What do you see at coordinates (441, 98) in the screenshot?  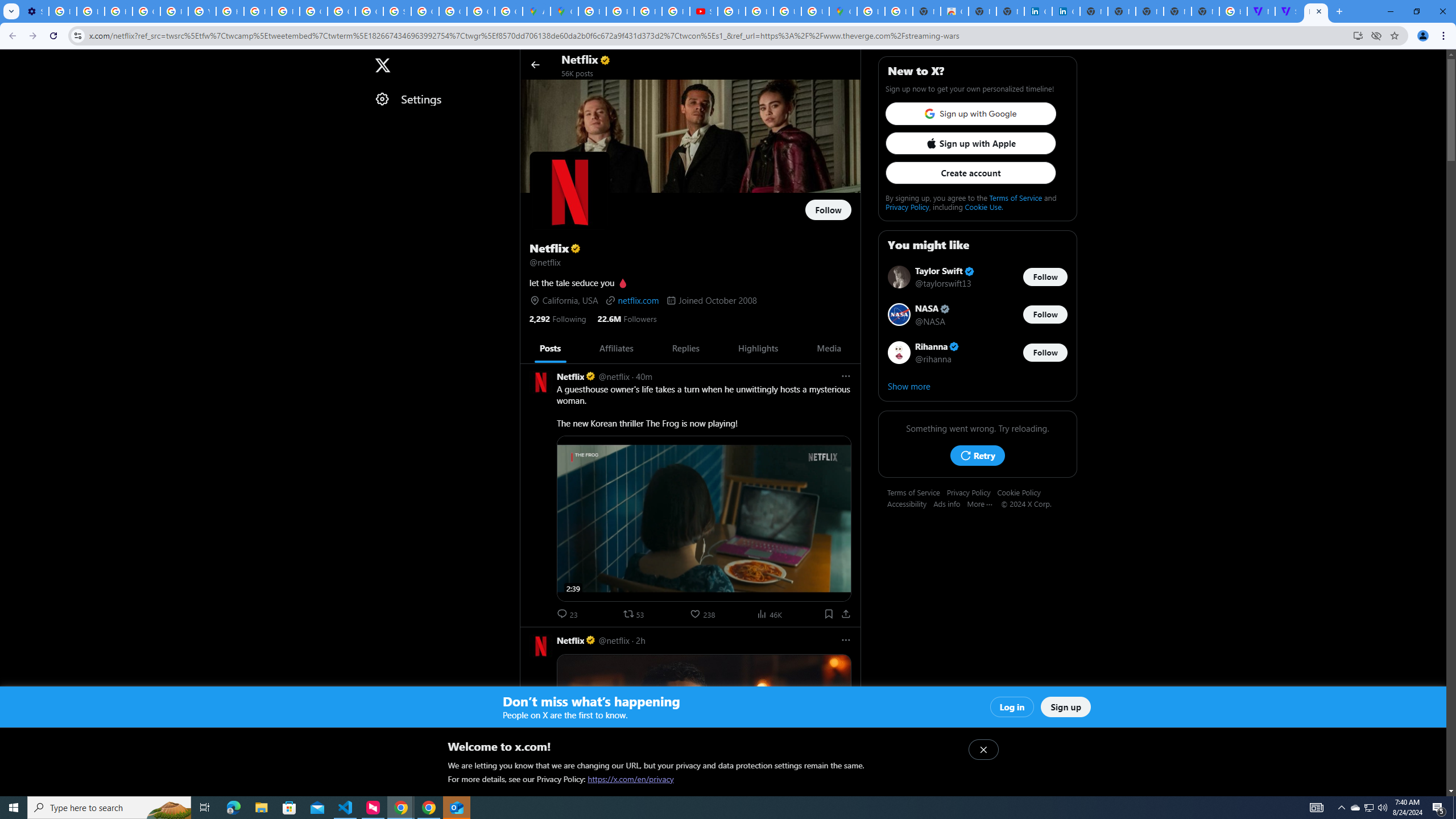 I see `'Settings'` at bounding box center [441, 98].